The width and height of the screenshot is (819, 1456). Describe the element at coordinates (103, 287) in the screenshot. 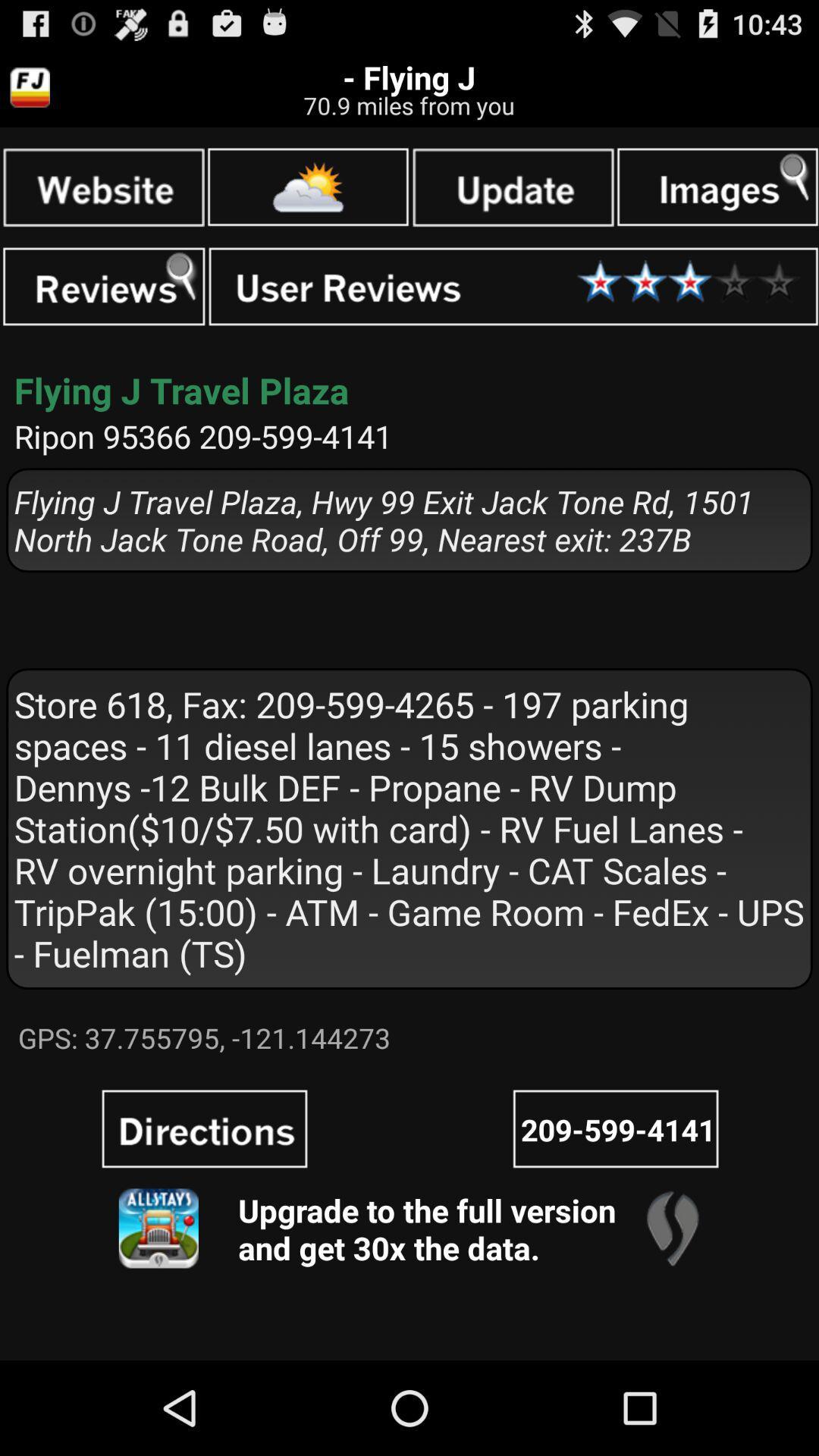

I see `reviews` at that location.